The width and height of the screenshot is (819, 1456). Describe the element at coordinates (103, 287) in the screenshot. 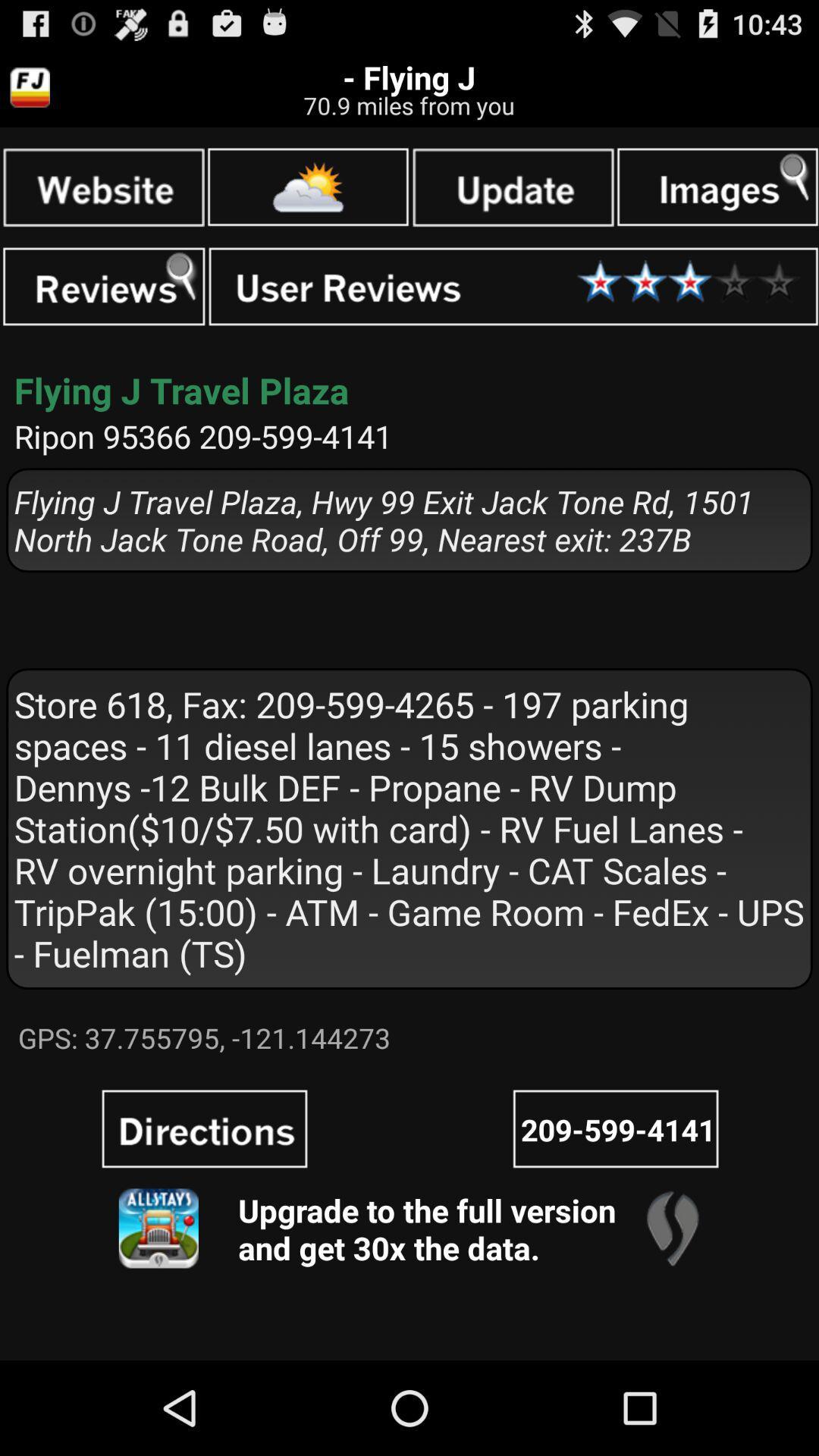

I see `reviews` at that location.